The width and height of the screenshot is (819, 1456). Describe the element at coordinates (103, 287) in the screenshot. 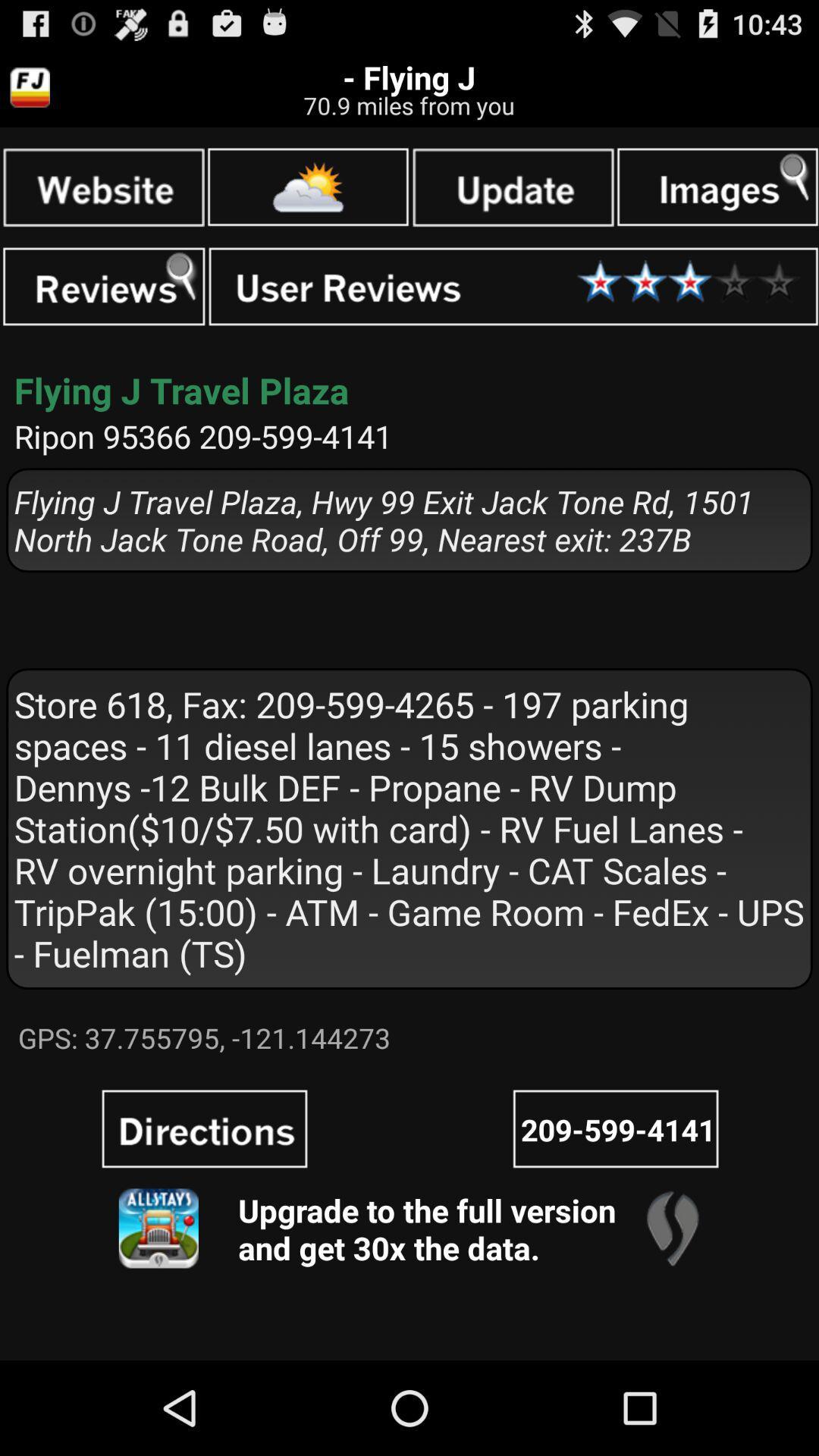

I see `reviews` at that location.